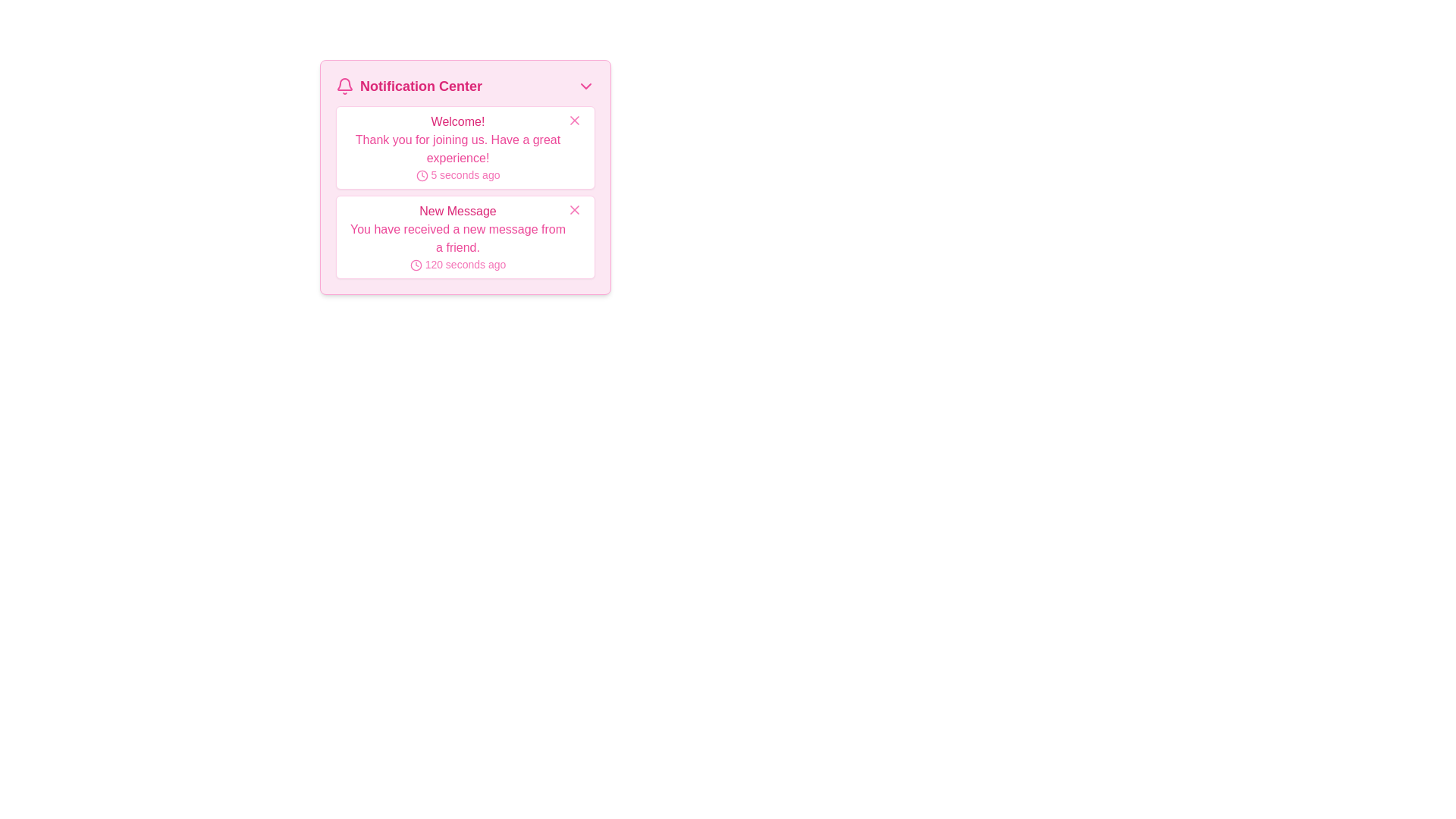 This screenshot has height=819, width=1456. I want to click on the Label with an icon displaying '5 seconds ago' in pink color, located below the message in the 'Welcome!' notification box, so click(457, 174).